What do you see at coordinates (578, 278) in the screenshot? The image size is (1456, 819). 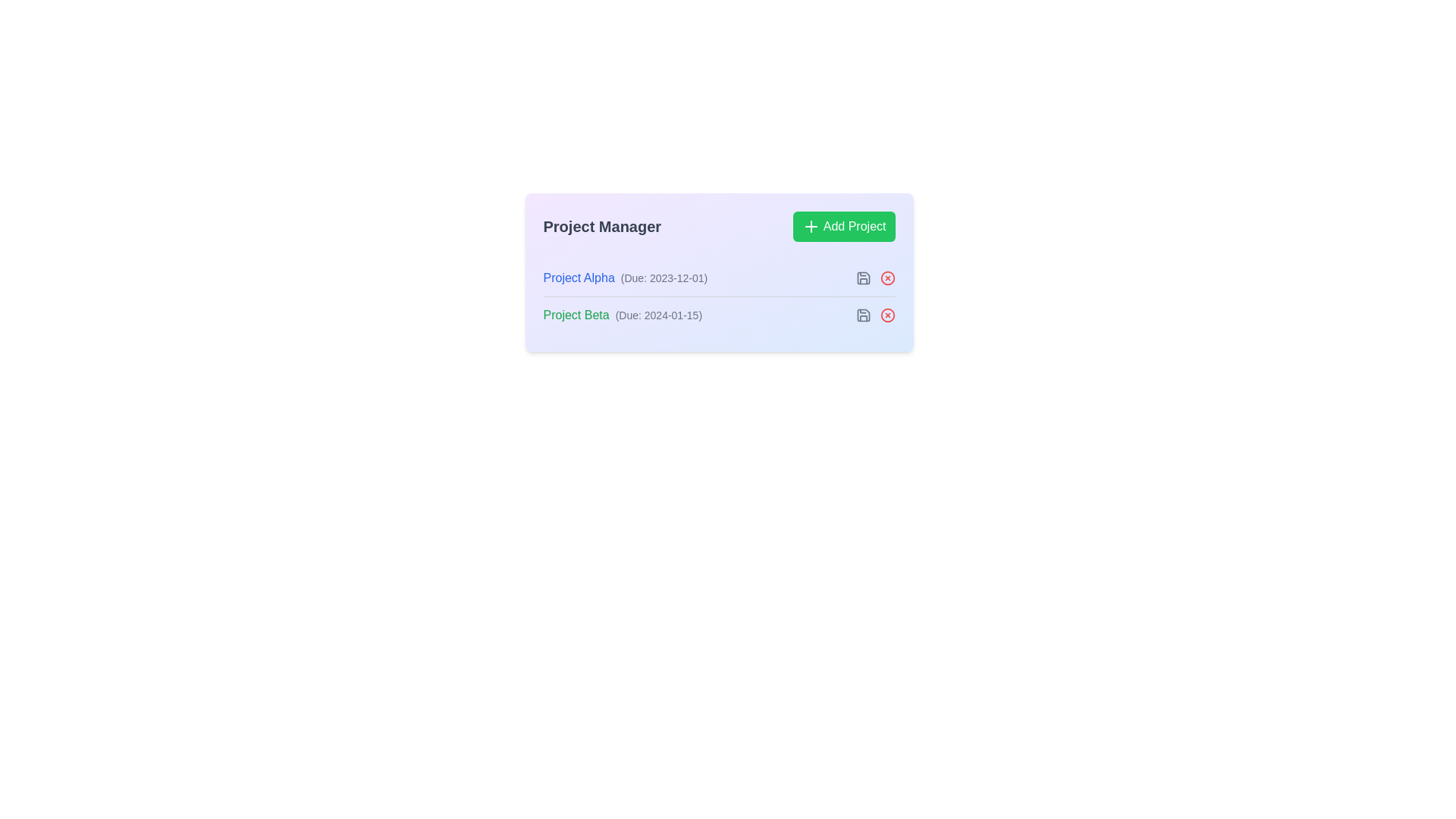 I see `the project title text label located in the 'Project Manager' section, which is the first visible item in the project list adjacent to the due date '(Due: 2023-12-01)'` at bounding box center [578, 278].